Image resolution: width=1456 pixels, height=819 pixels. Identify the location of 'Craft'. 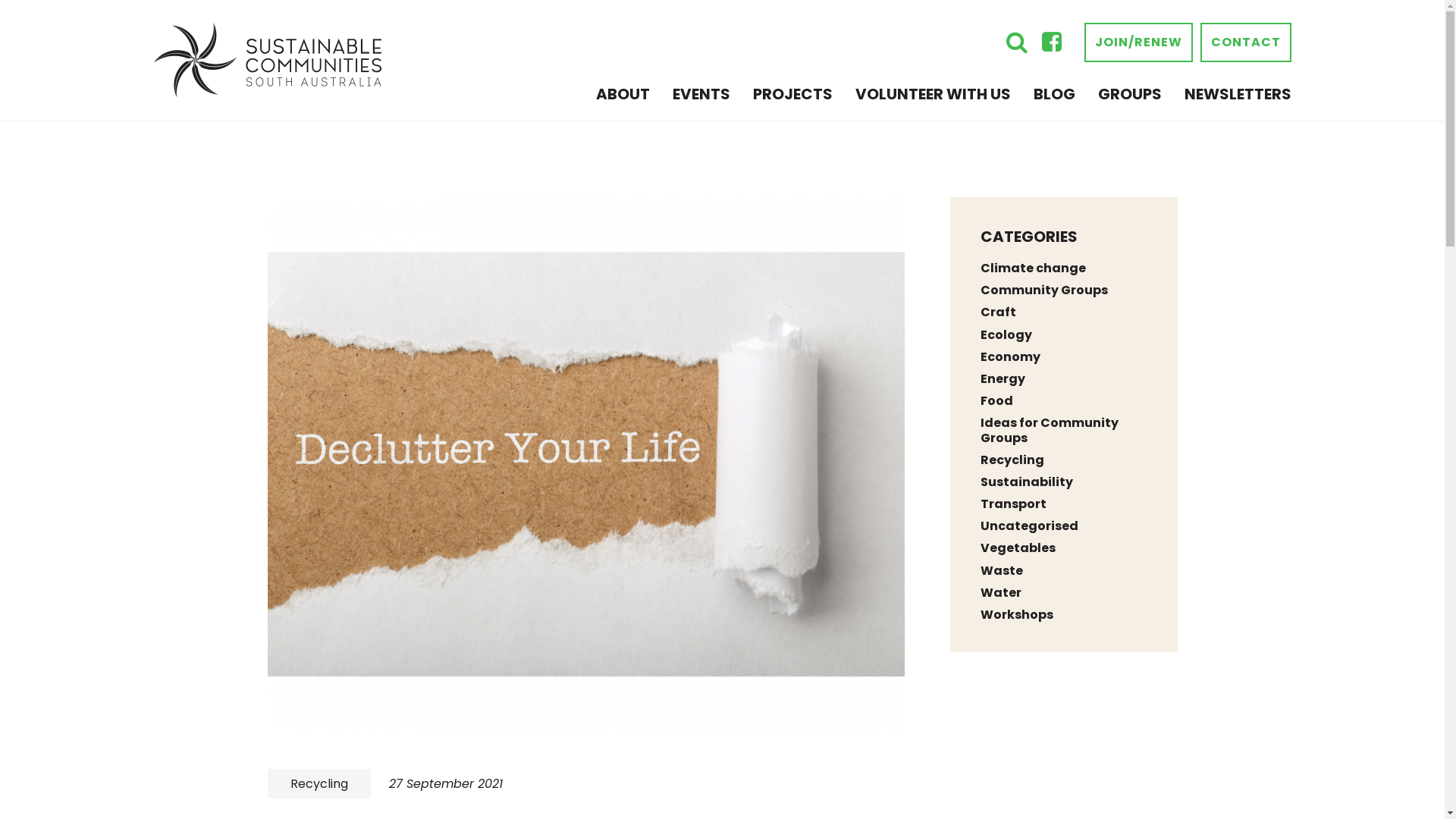
(997, 311).